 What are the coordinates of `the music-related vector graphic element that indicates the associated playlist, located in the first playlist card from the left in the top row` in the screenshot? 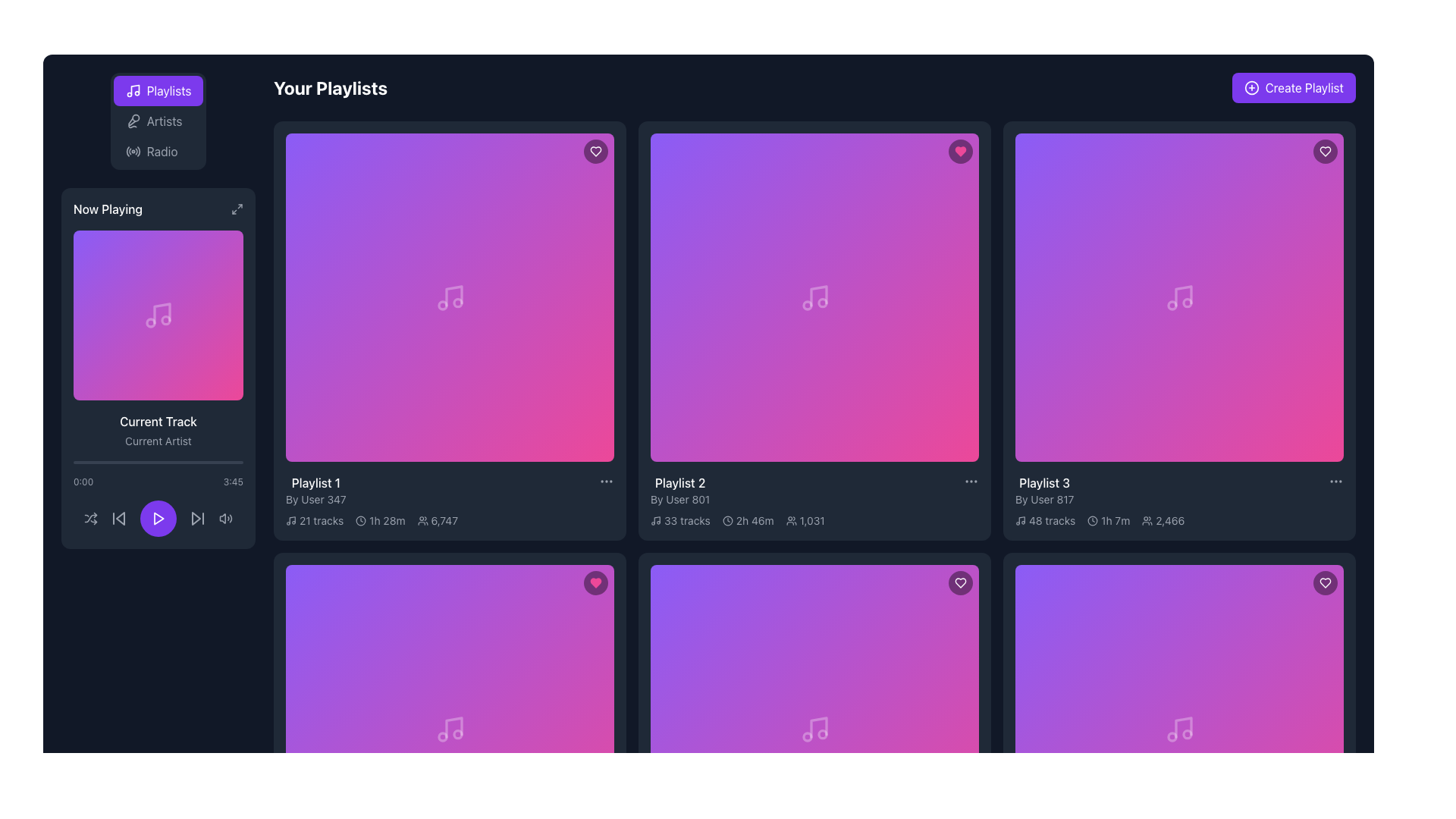 It's located at (292, 519).